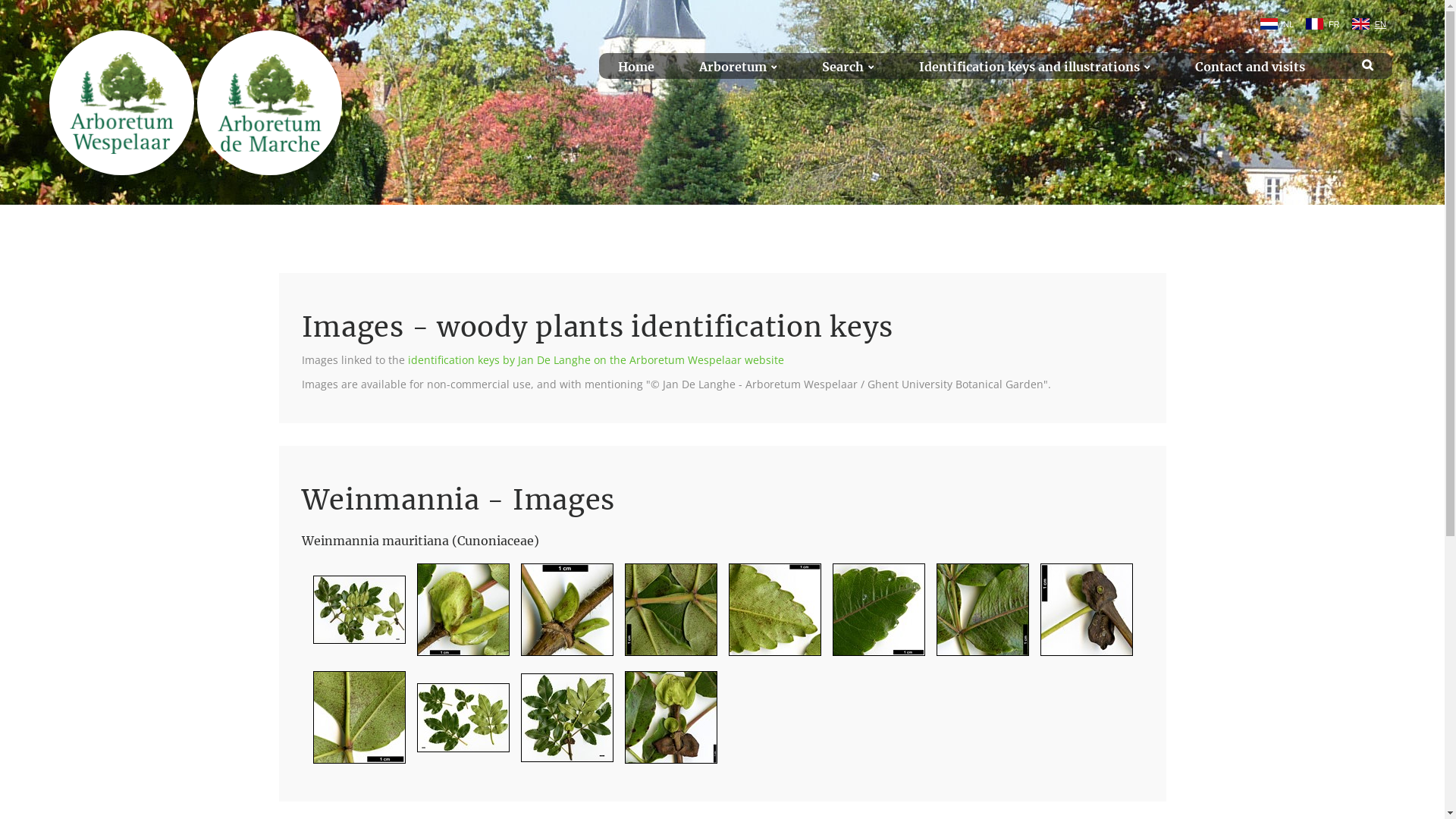 The image size is (1456, 819). I want to click on 'Search', so click(847, 66).